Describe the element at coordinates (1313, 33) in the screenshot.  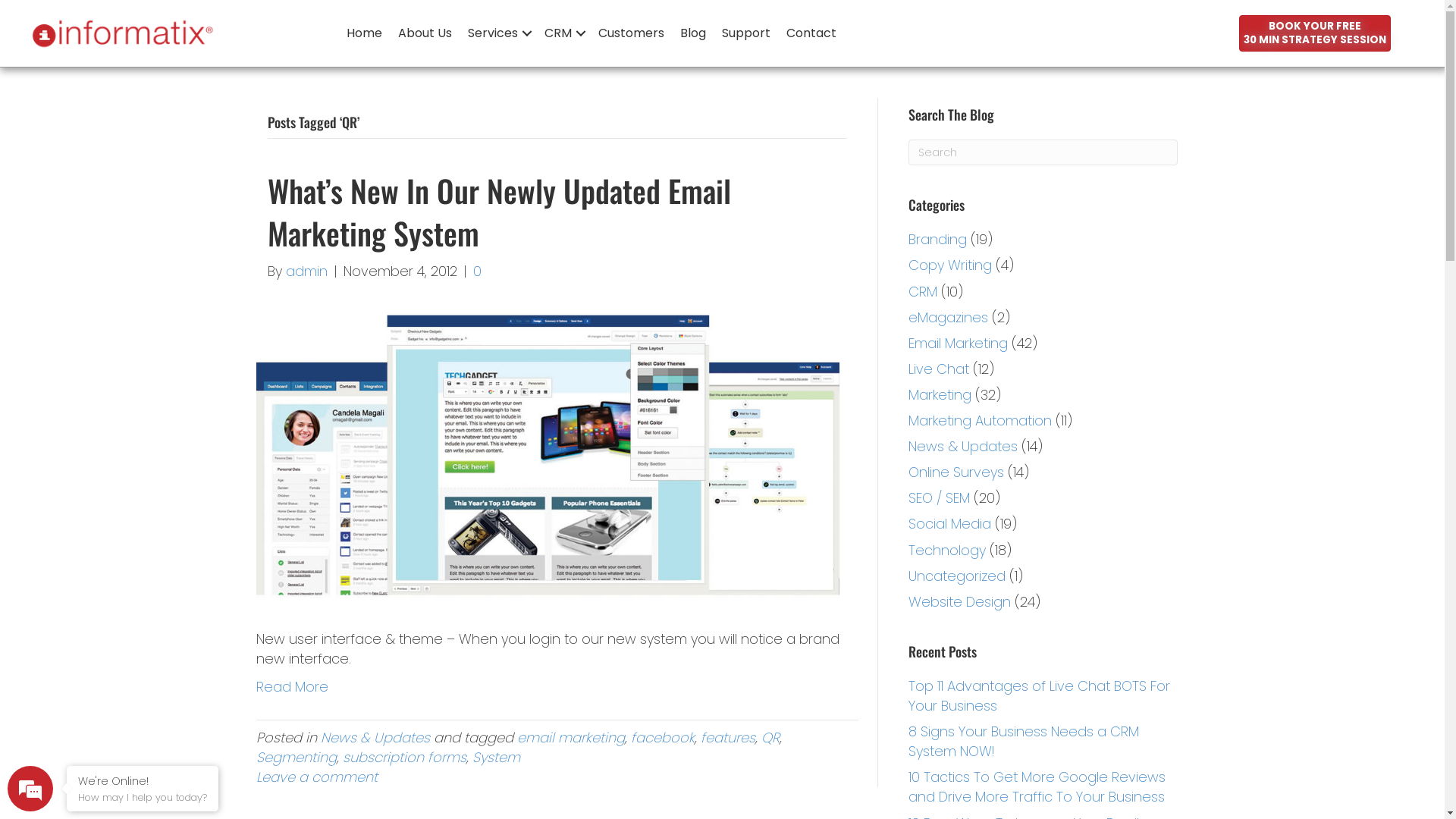
I see `'BOOK YOUR FREE` at that location.